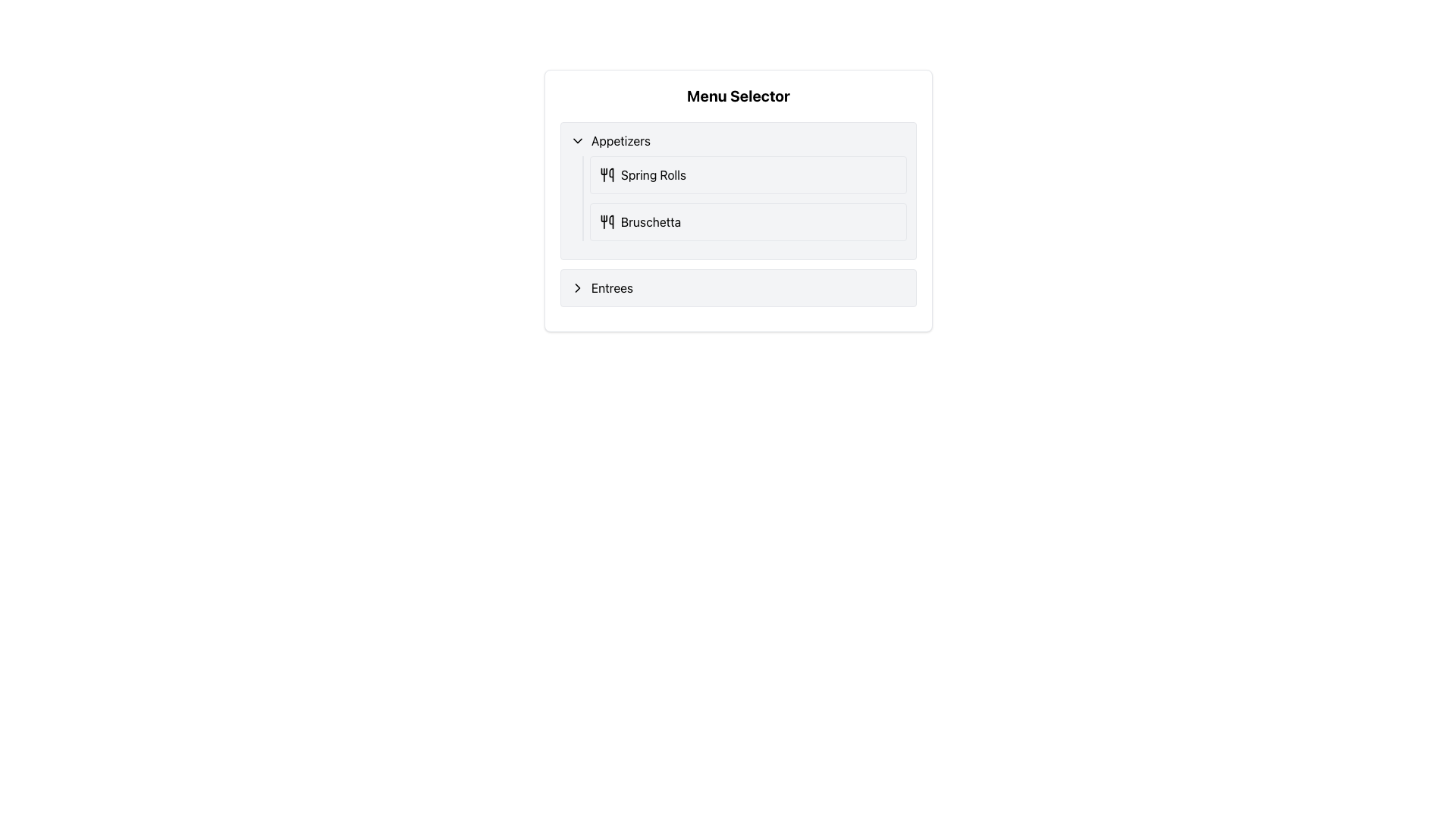  What do you see at coordinates (748, 198) in the screenshot?
I see `the 'Spring Rolls' and 'Bruschetta' menu items individually in the 'Appetizers' section of the Menu Selector panel, located at the specified coordinates` at bounding box center [748, 198].